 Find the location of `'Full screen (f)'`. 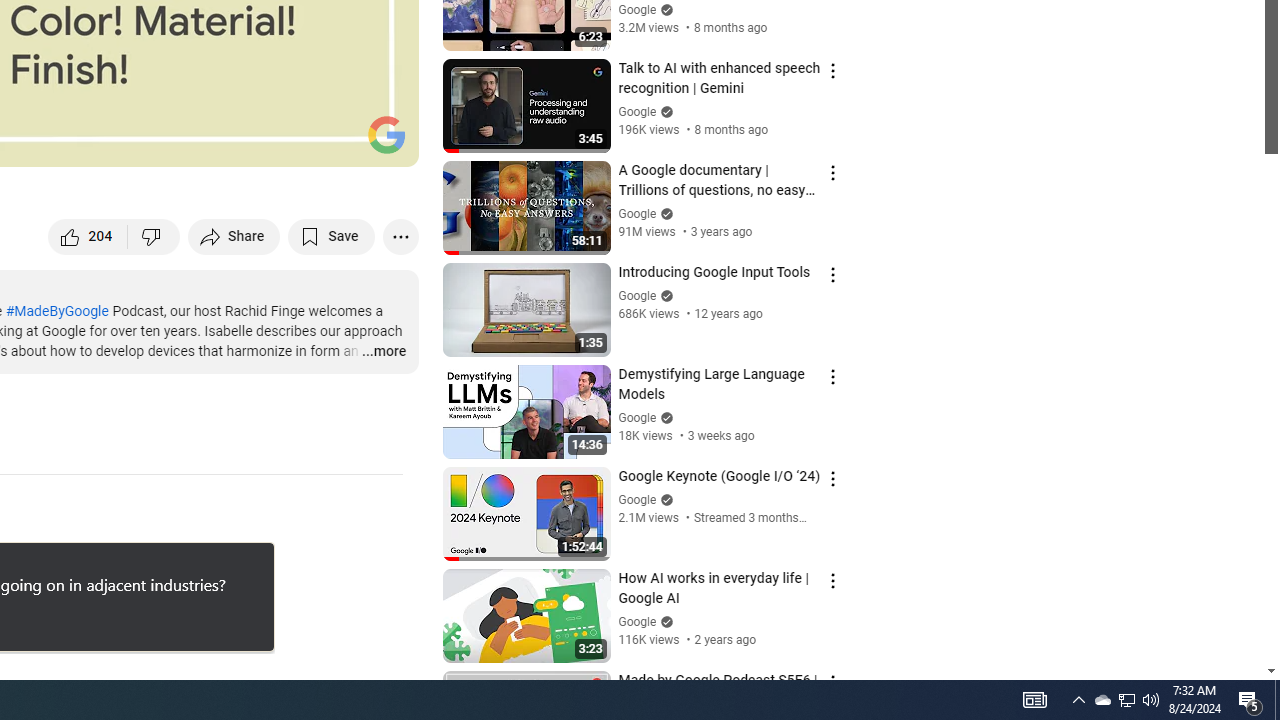

'Full screen (f)' is located at coordinates (382, 141).